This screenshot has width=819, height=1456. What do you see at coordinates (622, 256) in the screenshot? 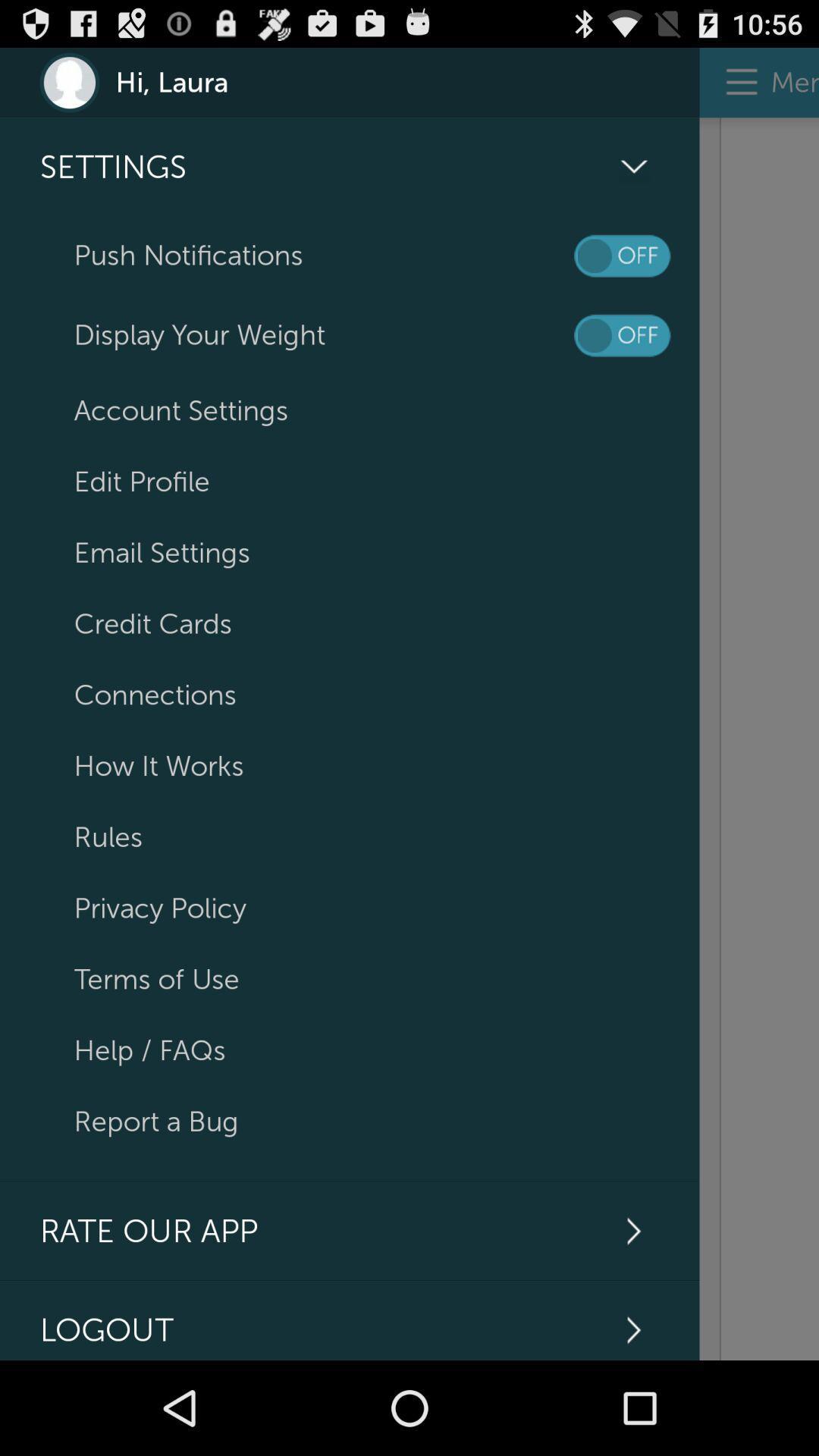
I see `switch notifications option` at bounding box center [622, 256].